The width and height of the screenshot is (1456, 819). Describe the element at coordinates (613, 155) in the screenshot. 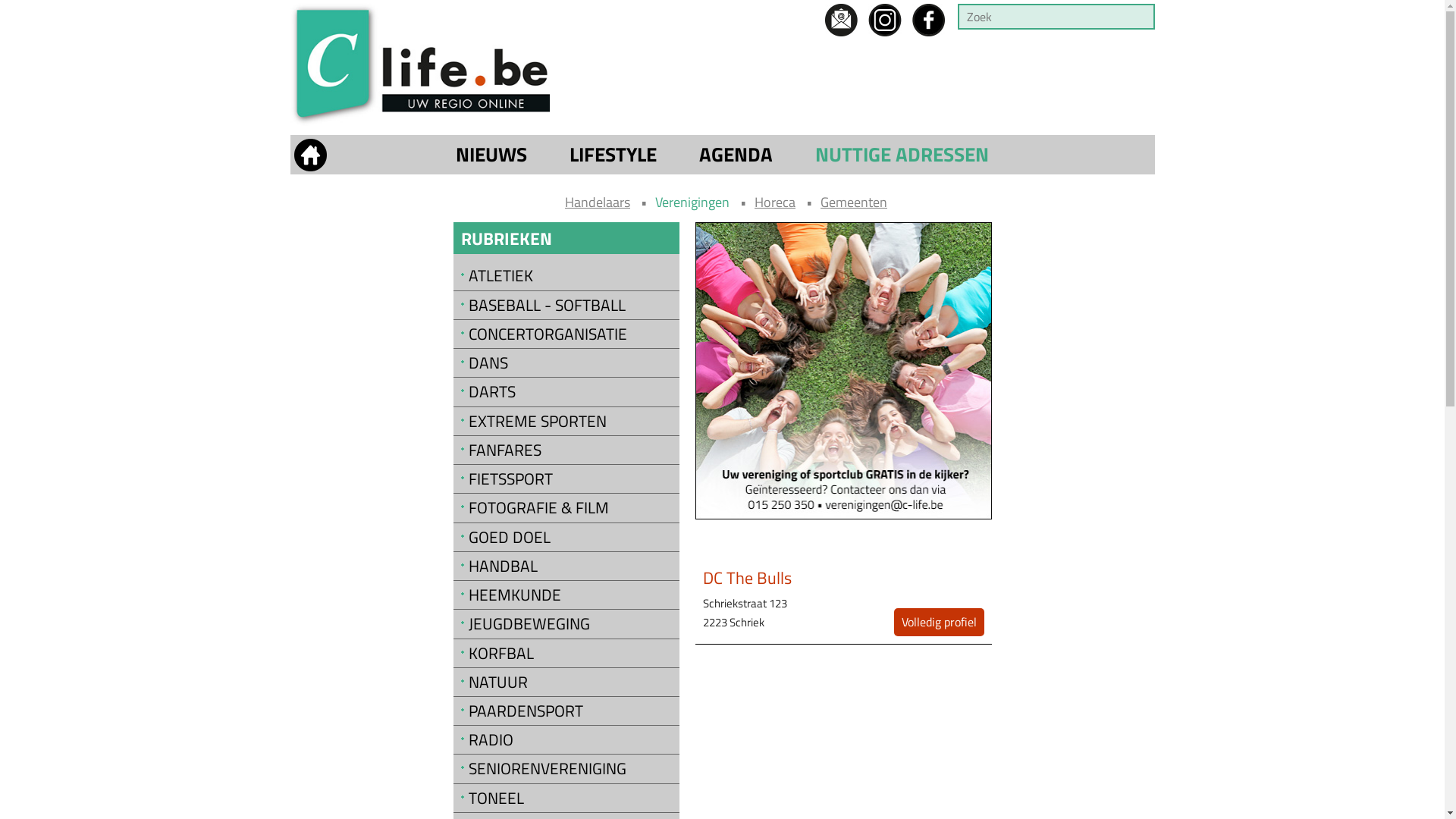

I see `'LIFESTYLE'` at that location.